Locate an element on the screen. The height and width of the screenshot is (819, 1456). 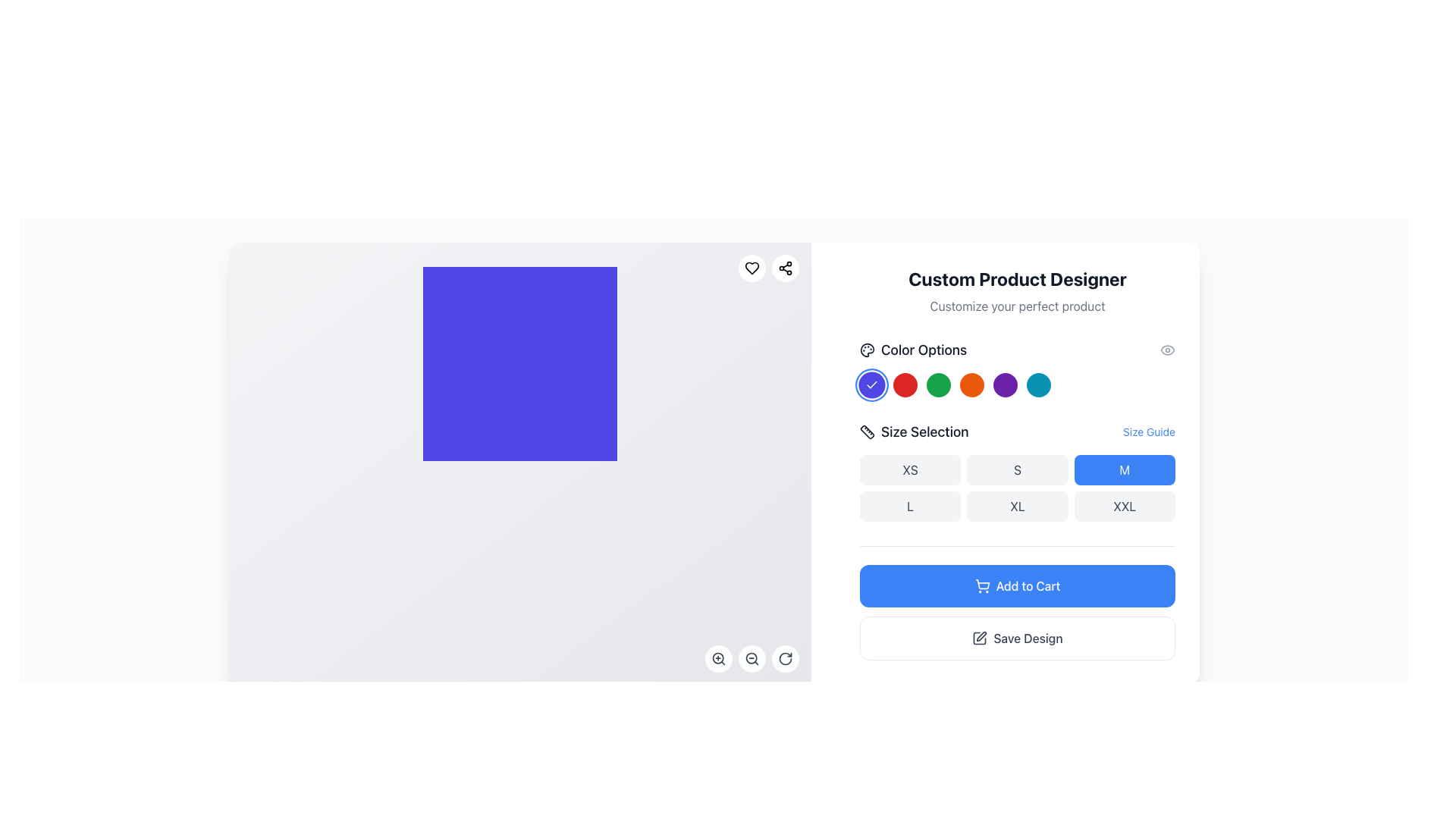
the 'Add to Cart' button that contains the shopping cart icon, located at the bottom-right area of the user interface is located at coordinates (982, 583).